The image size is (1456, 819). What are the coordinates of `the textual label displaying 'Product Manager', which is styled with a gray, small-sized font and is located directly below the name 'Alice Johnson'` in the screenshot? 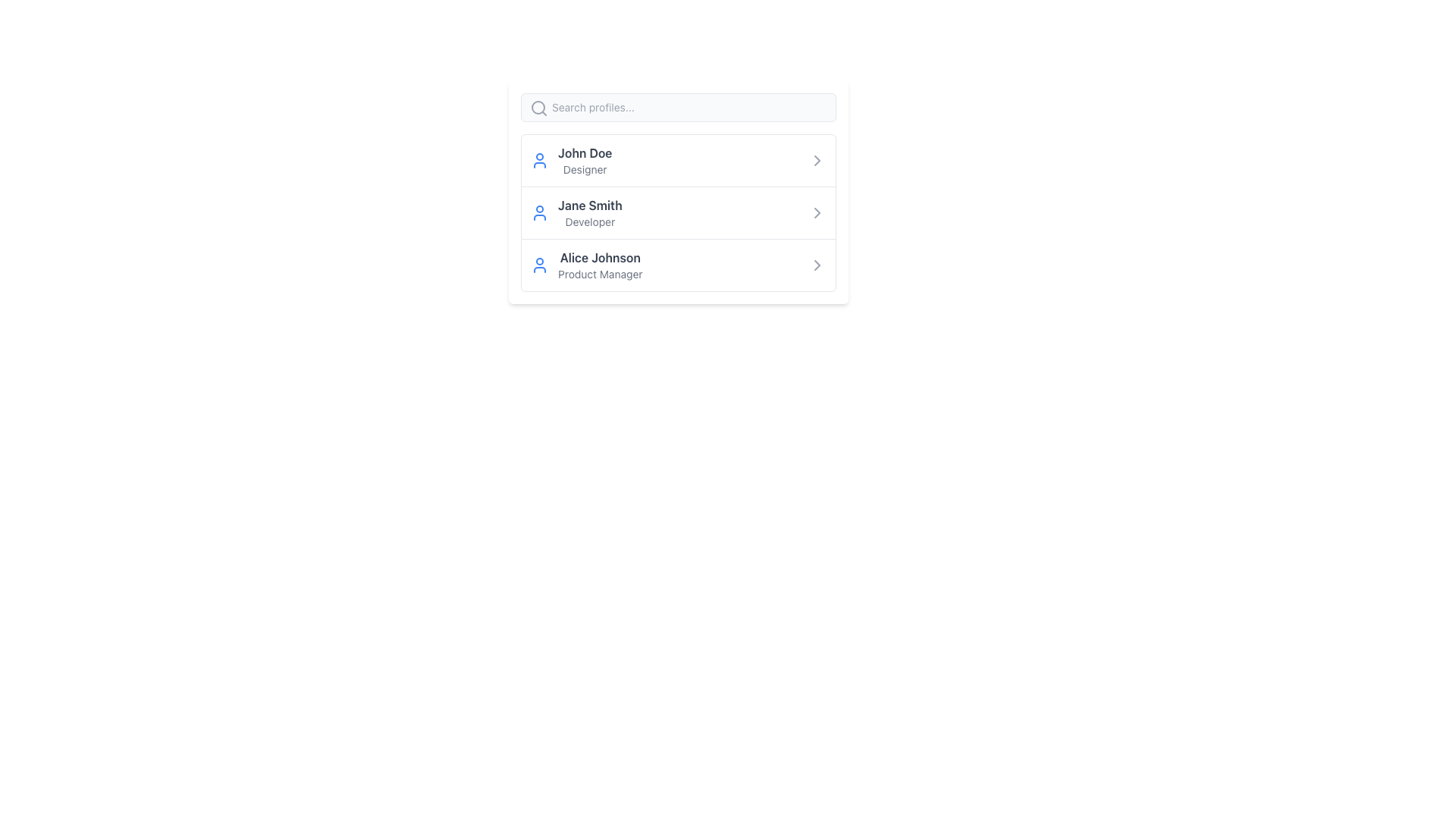 It's located at (599, 275).